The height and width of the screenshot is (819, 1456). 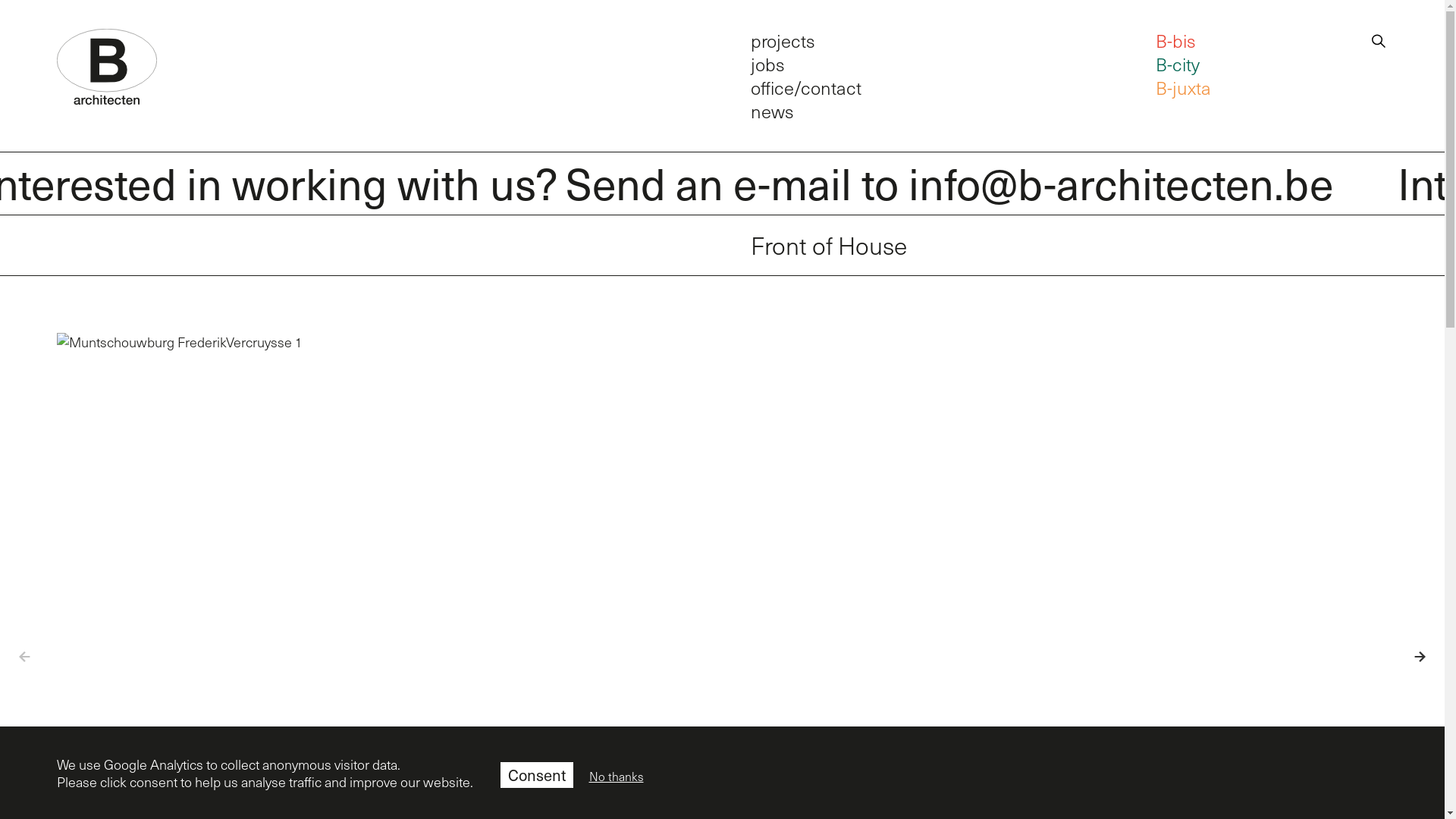 What do you see at coordinates (1177, 63) in the screenshot?
I see `'B-city'` at bounding box center [1177, 63].